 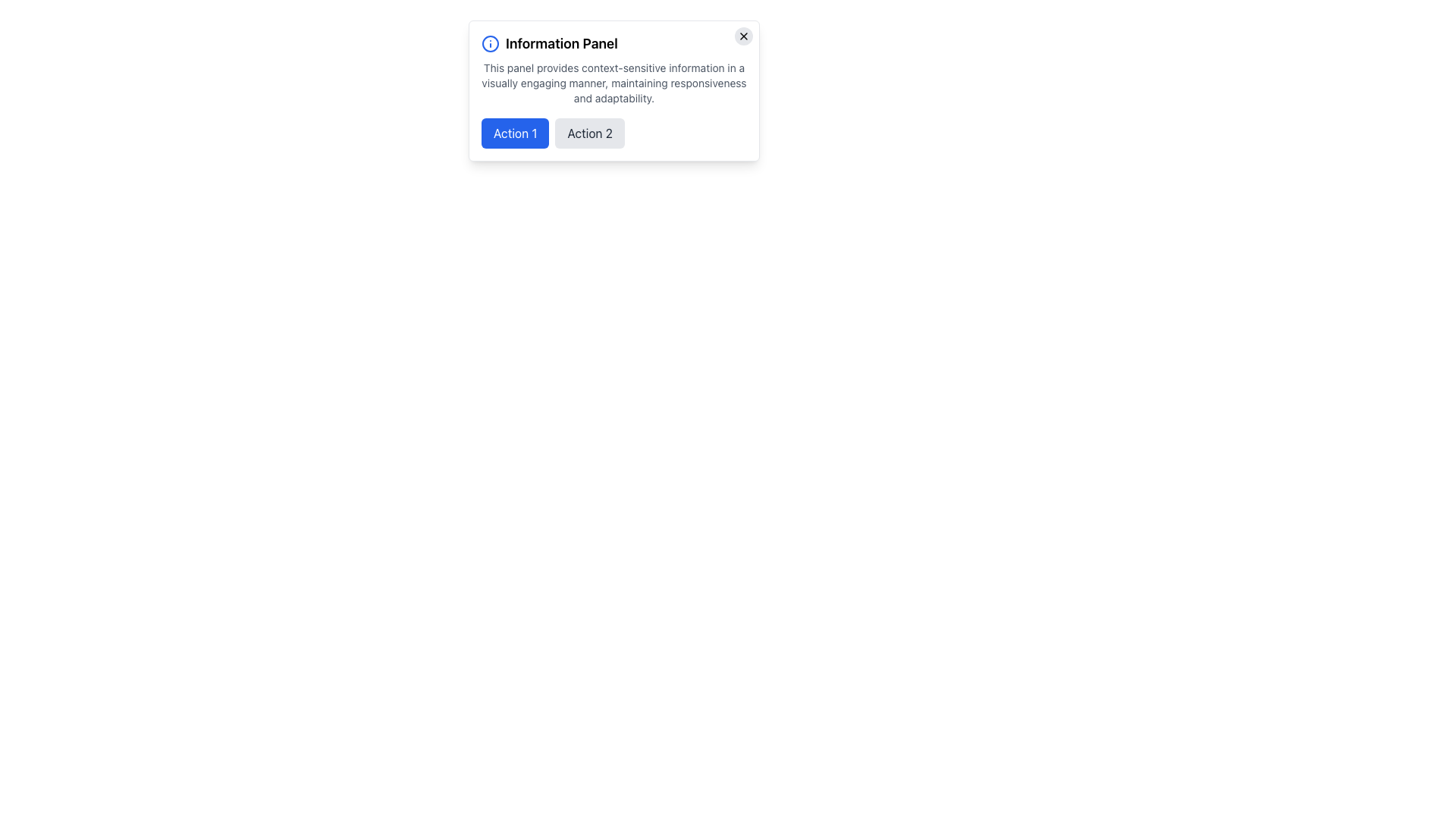 What do you see at coordinates (515, 133) in the screenshot?
I see `the blue button labeled 'Action 1'` at bounding box center [515, 133].